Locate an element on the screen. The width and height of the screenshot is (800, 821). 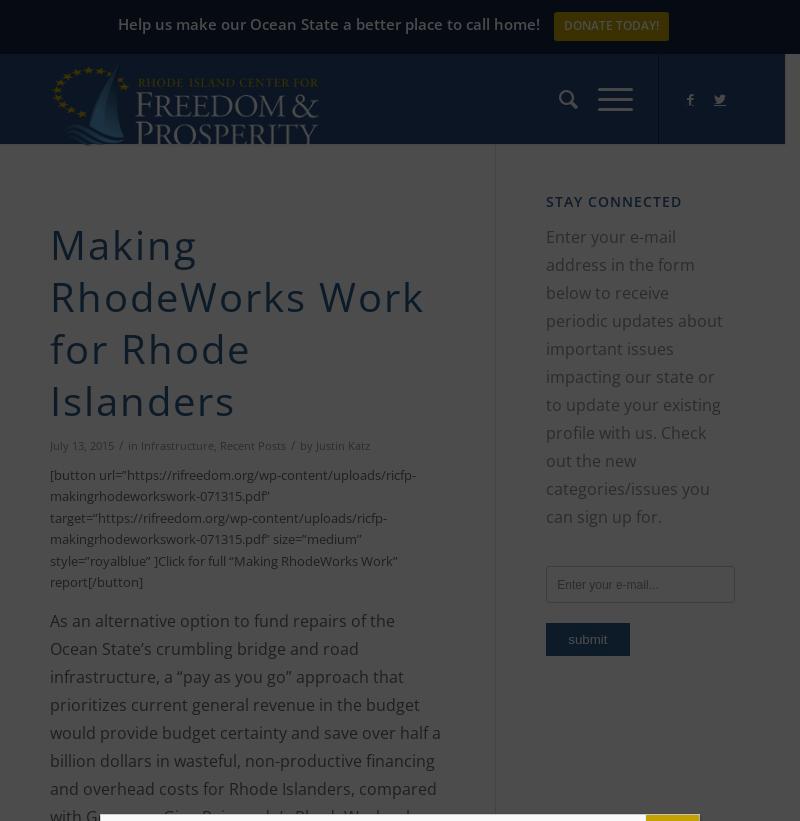
'by' is located at coordinates (307, 444).